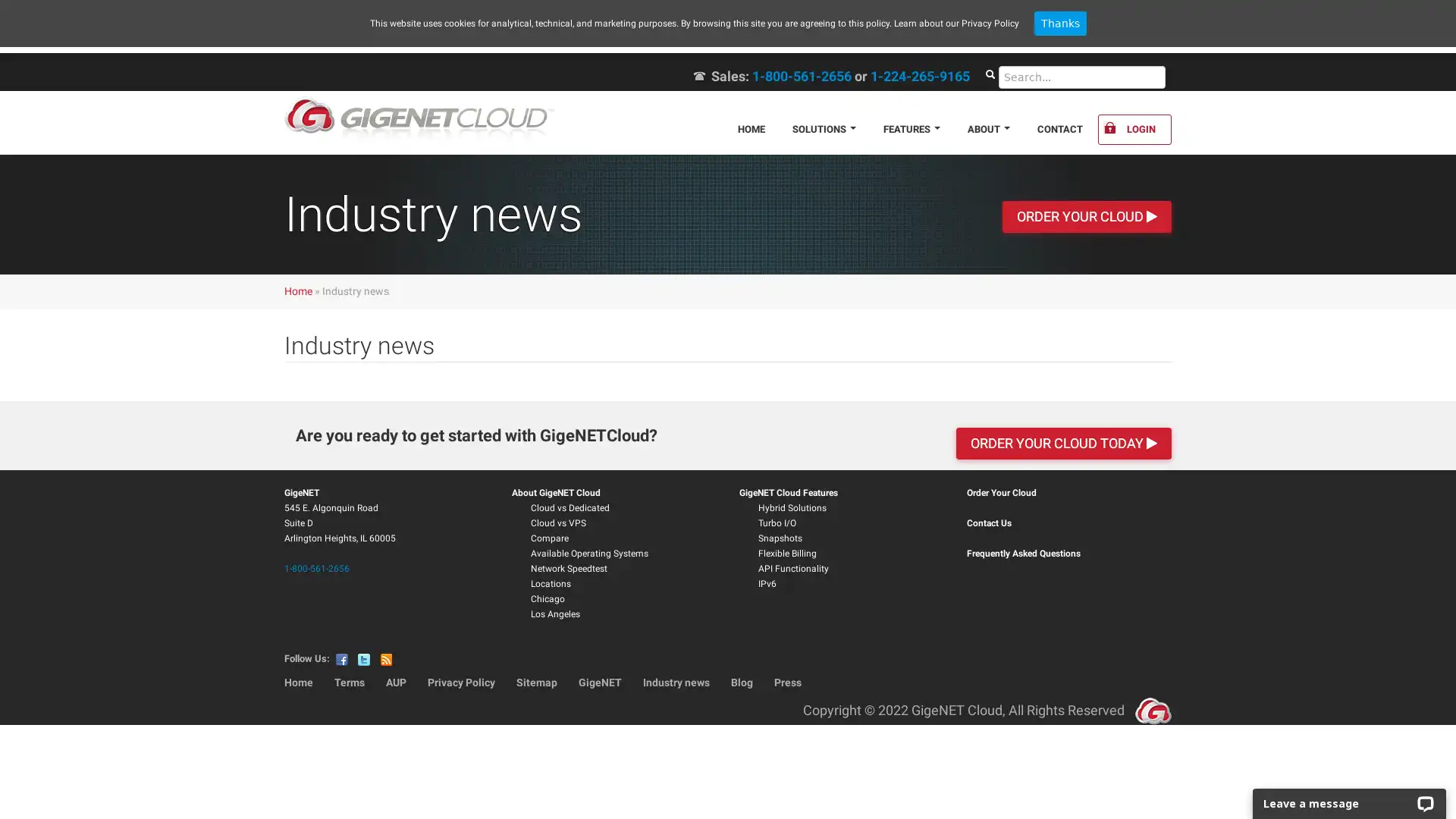 This screenshot has height=819, width=1456. What do you see at coordinates (1059, 23) in the screenshot?
I see `Thanks` at bounding box center [1059, 23].